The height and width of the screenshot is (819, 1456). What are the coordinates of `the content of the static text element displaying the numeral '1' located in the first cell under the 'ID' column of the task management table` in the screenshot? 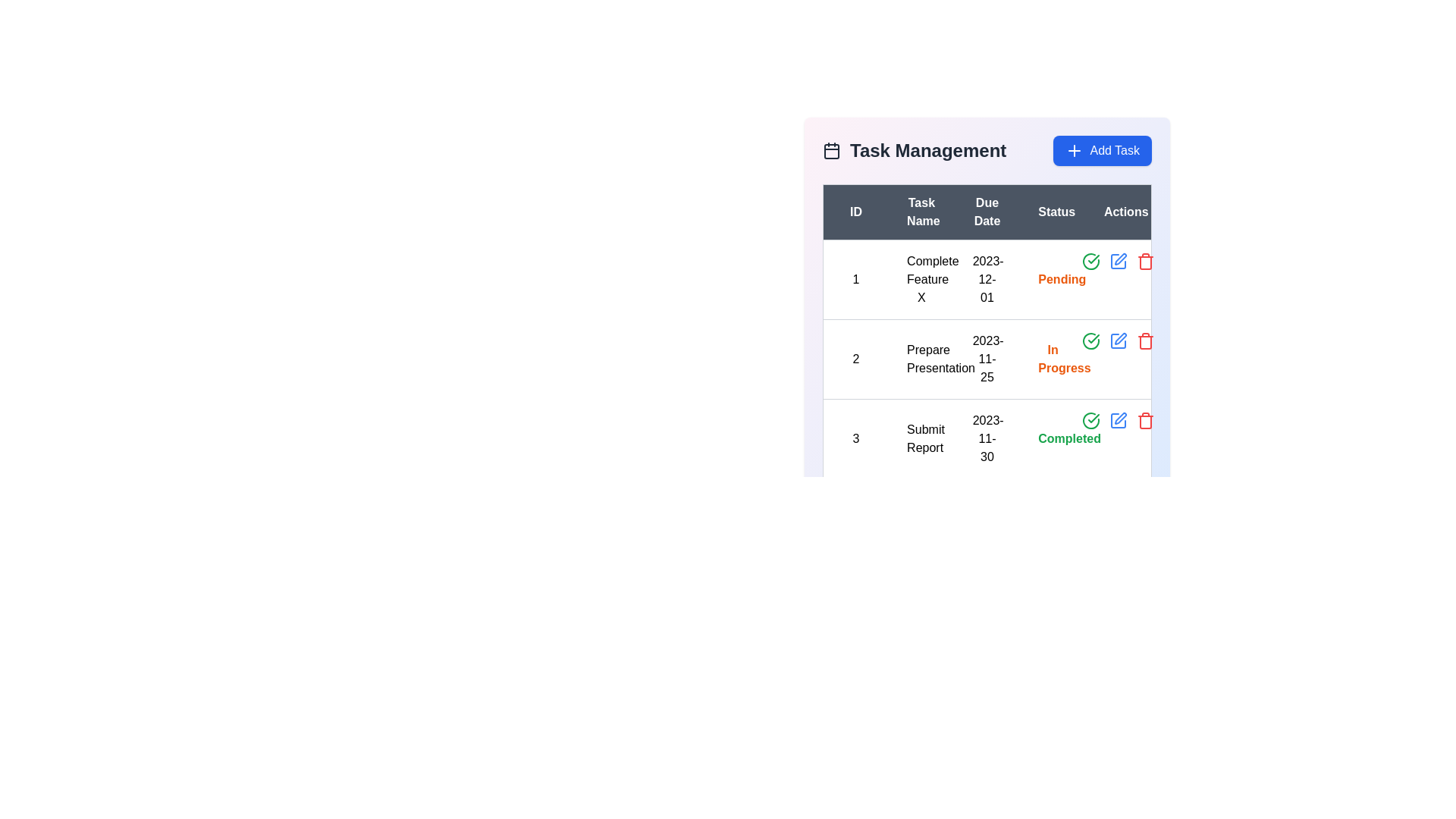 It's located at (855, 280).